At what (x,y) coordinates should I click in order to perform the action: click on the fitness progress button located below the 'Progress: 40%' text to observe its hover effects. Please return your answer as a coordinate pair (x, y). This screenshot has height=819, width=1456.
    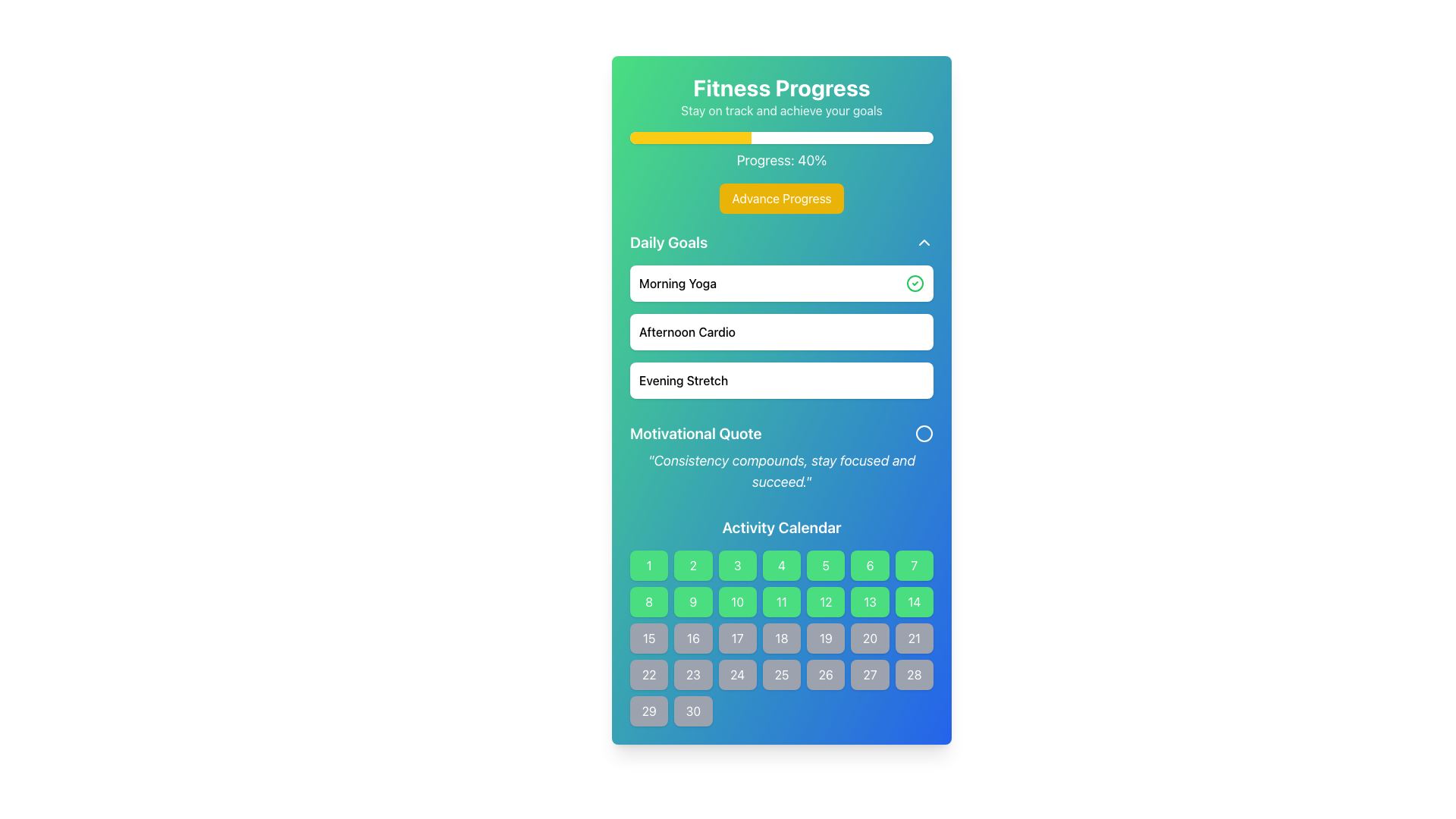
    Looking at the image, I should click on (782, 198).